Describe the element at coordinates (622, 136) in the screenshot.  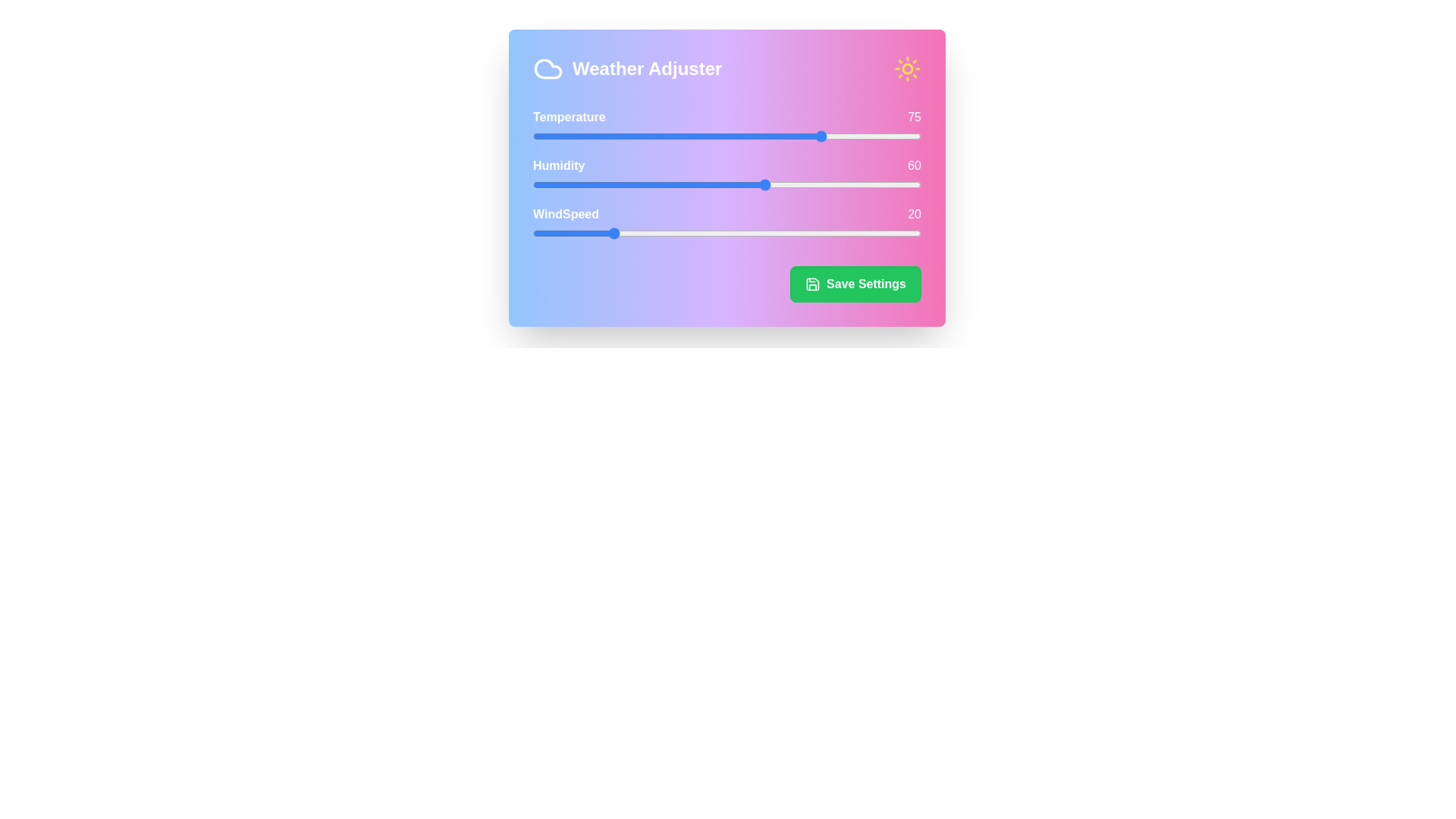
I see `the temperature slider` at that location.